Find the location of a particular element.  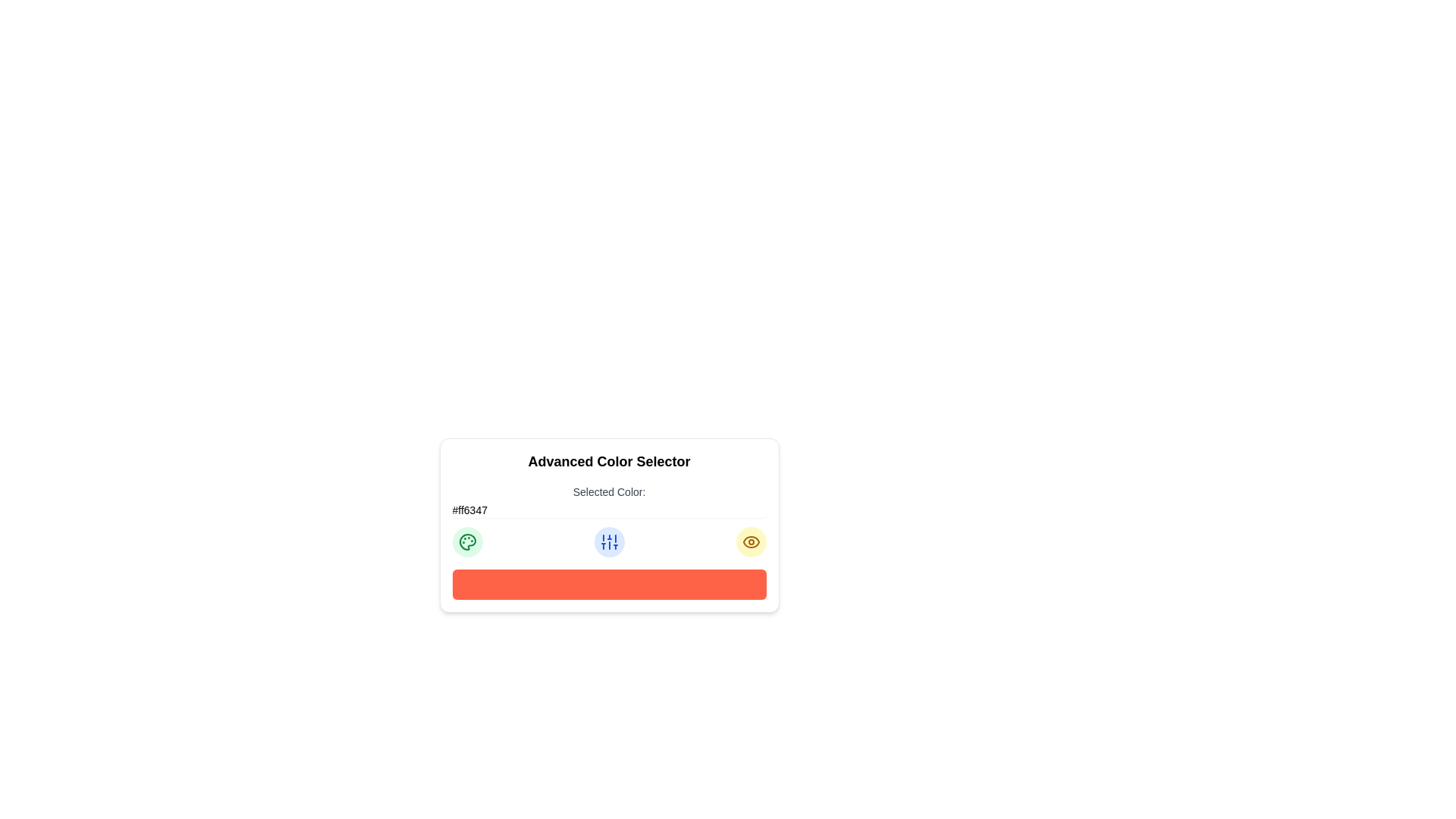

the visibility toggle icon button located at the bottom-right corner of the interface is located at coordinates (751, 541).